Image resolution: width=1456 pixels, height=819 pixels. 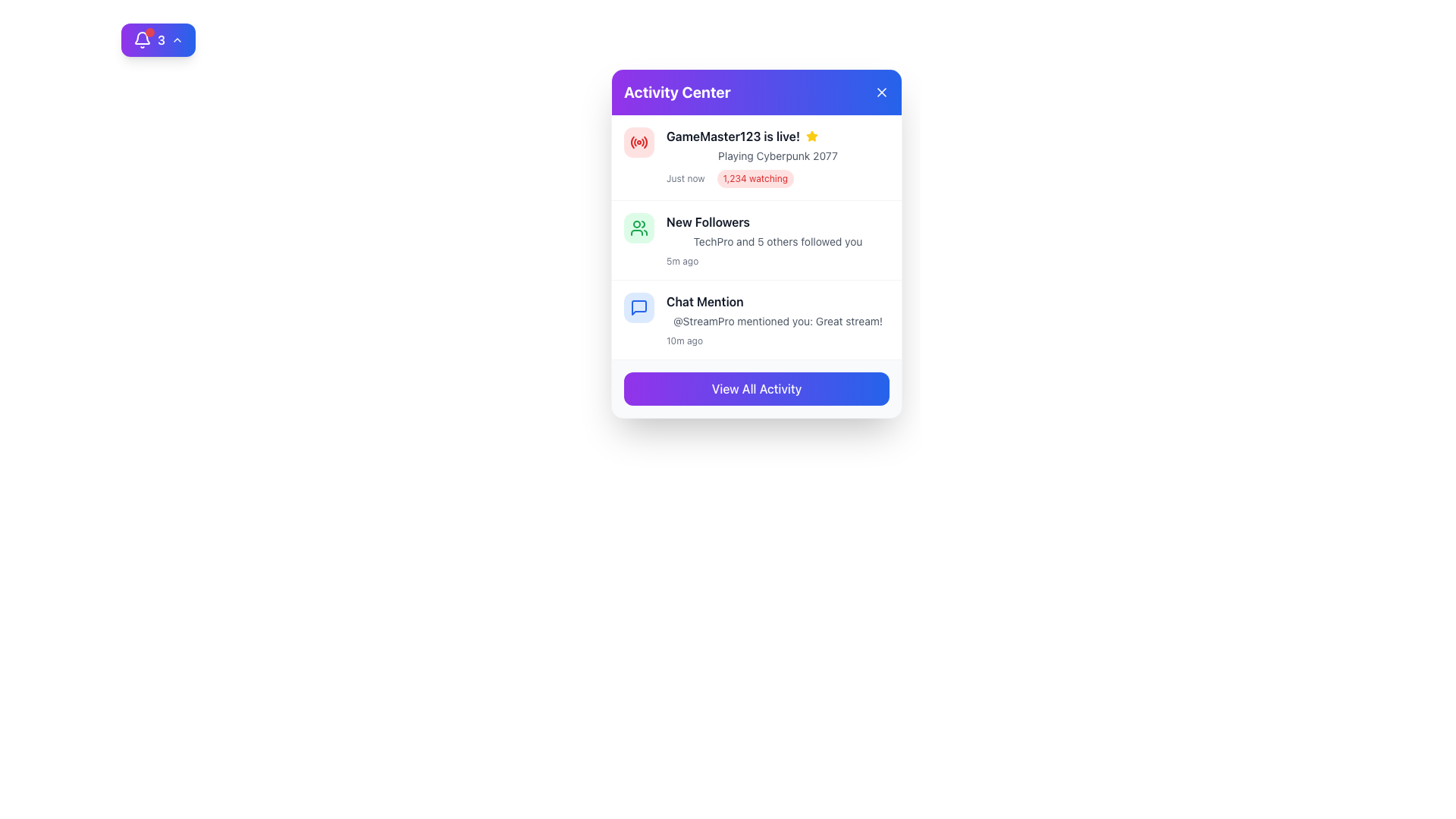 I want to click on the 'Activity Center' title text label located at the top-left corner of the dialog box, so click(x=676, y=93).